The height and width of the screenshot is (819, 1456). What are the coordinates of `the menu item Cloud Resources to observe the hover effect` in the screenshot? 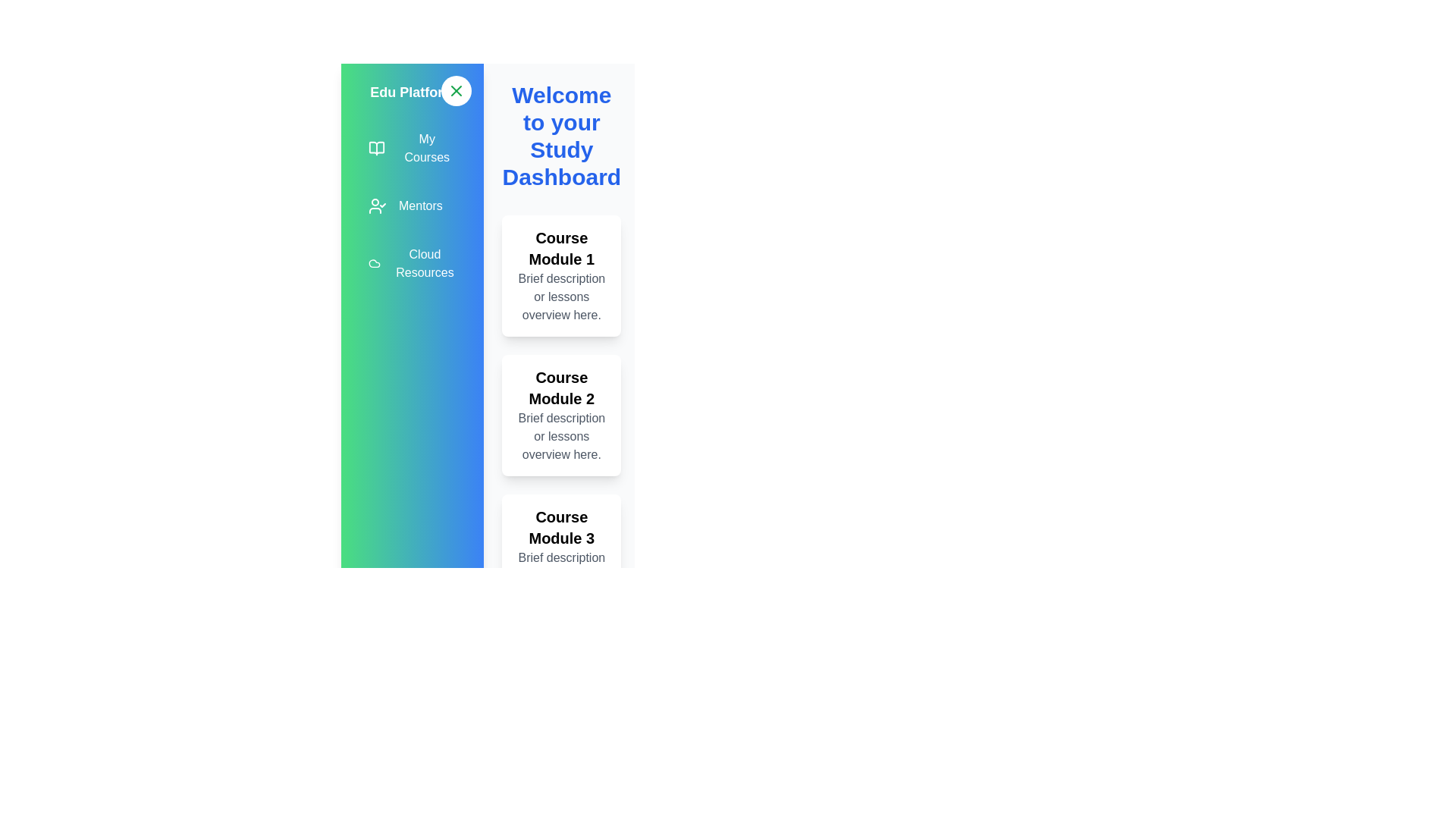 It's located at (412, 262).